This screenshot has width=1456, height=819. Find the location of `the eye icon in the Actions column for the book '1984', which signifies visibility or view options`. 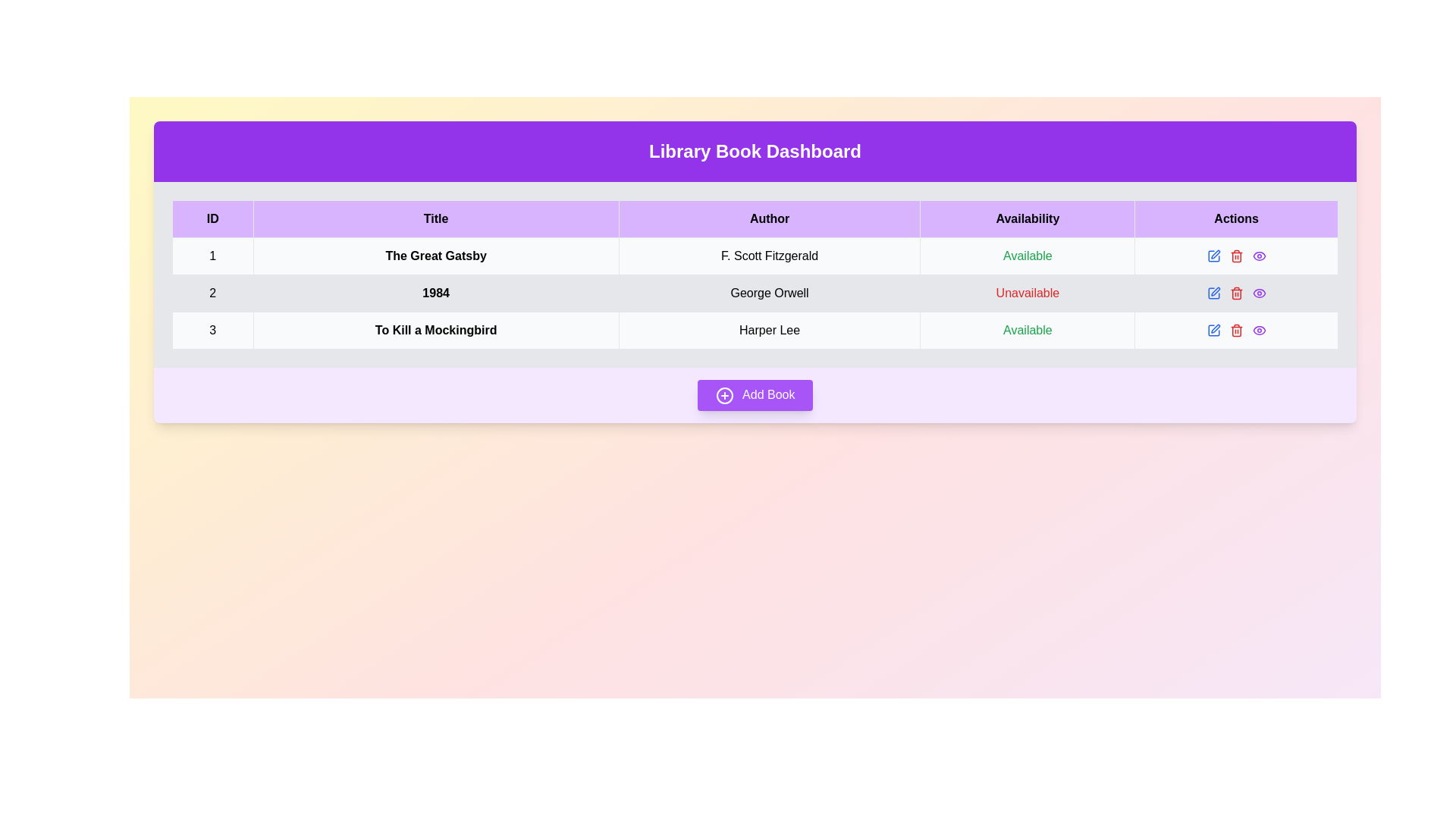

the eye icon in the Actions column for the book '1984', which signifies visibility or view options is located at coordinates (1259, 293).